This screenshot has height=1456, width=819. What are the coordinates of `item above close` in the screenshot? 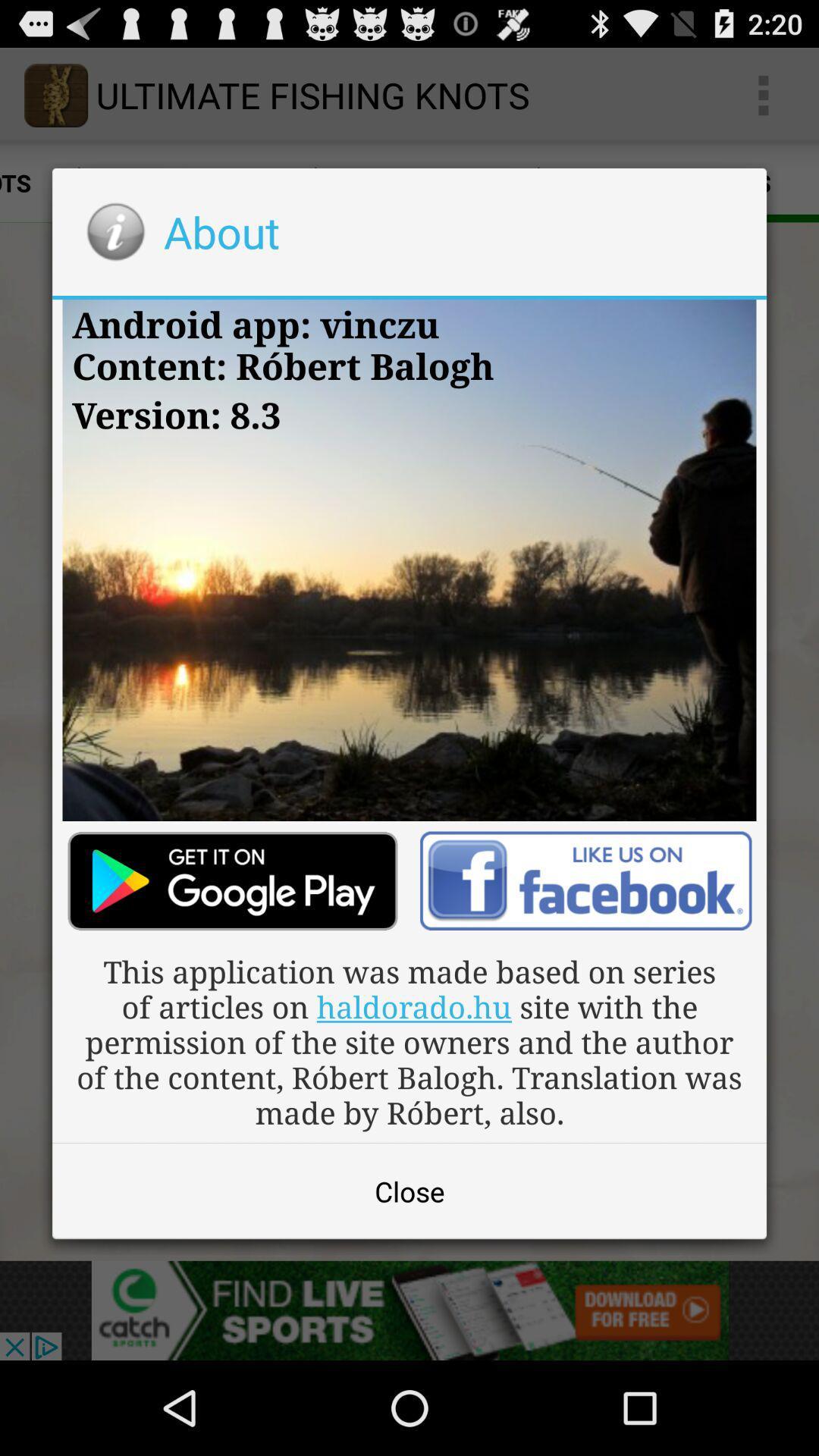 It's located at (409, 1040).